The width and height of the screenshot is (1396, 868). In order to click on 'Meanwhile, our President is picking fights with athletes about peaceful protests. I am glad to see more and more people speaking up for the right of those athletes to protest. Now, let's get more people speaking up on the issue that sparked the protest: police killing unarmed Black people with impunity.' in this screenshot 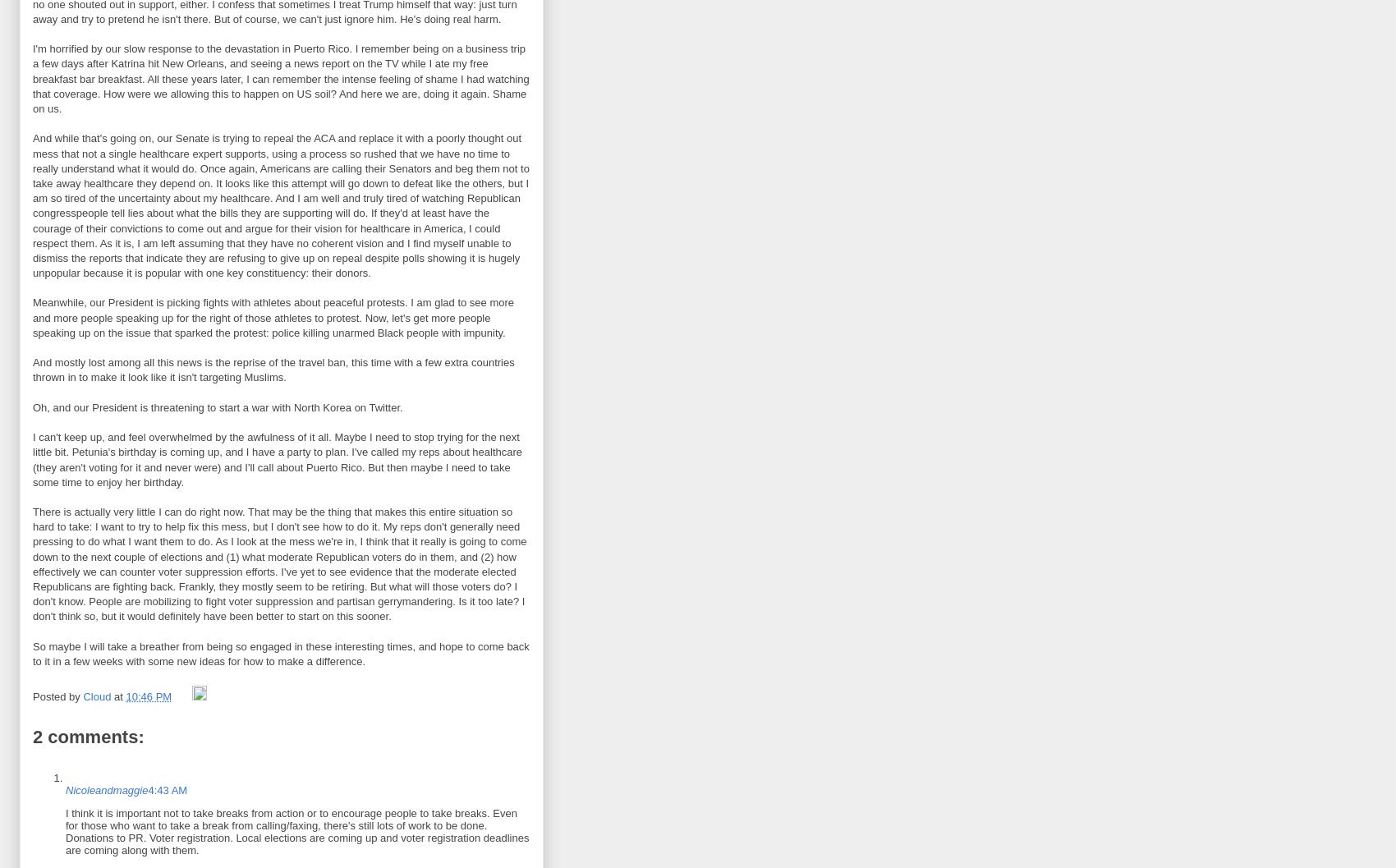, I will do `click(273, 316)`.